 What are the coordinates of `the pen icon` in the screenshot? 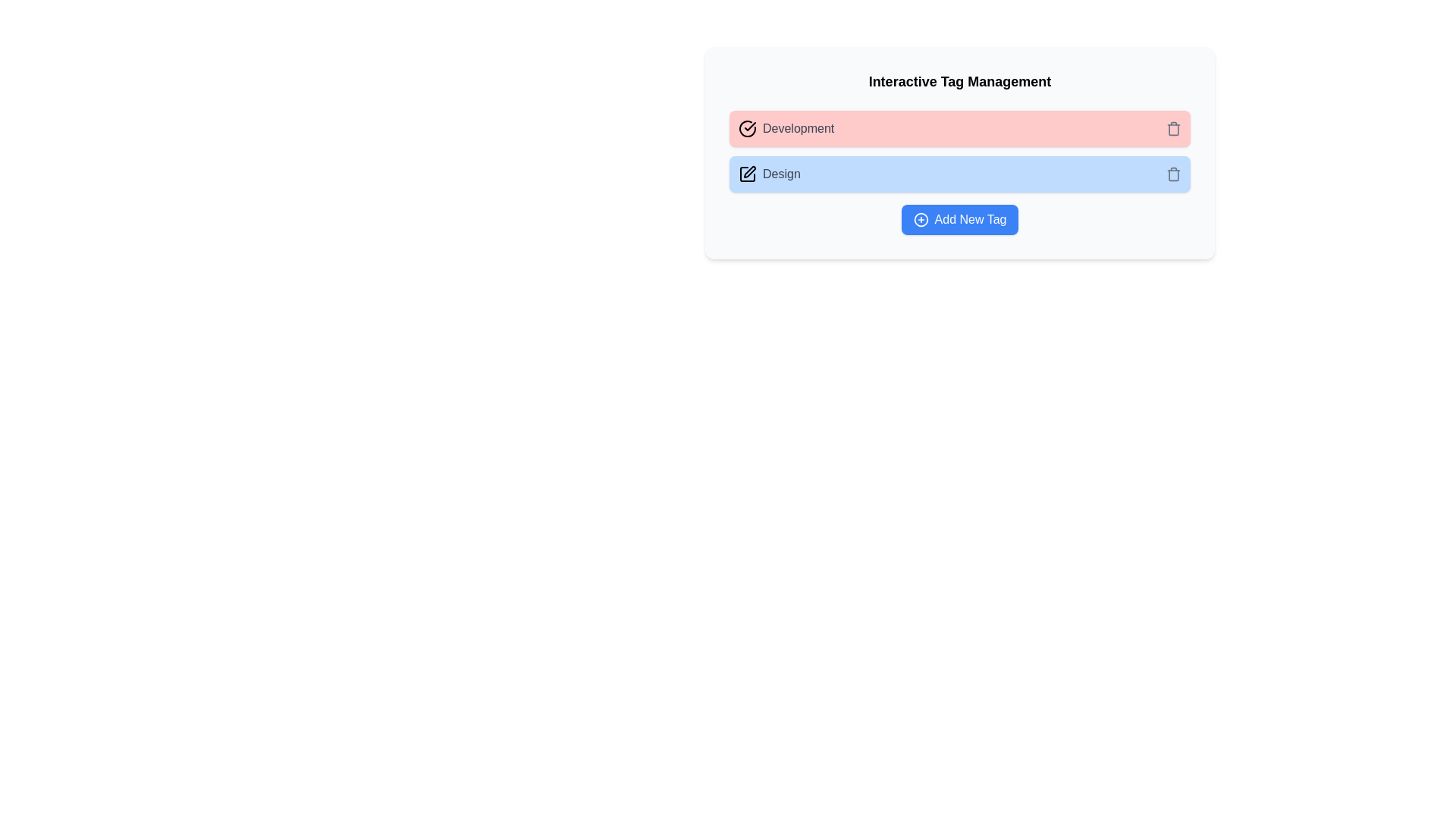 It's located at (747, 174).